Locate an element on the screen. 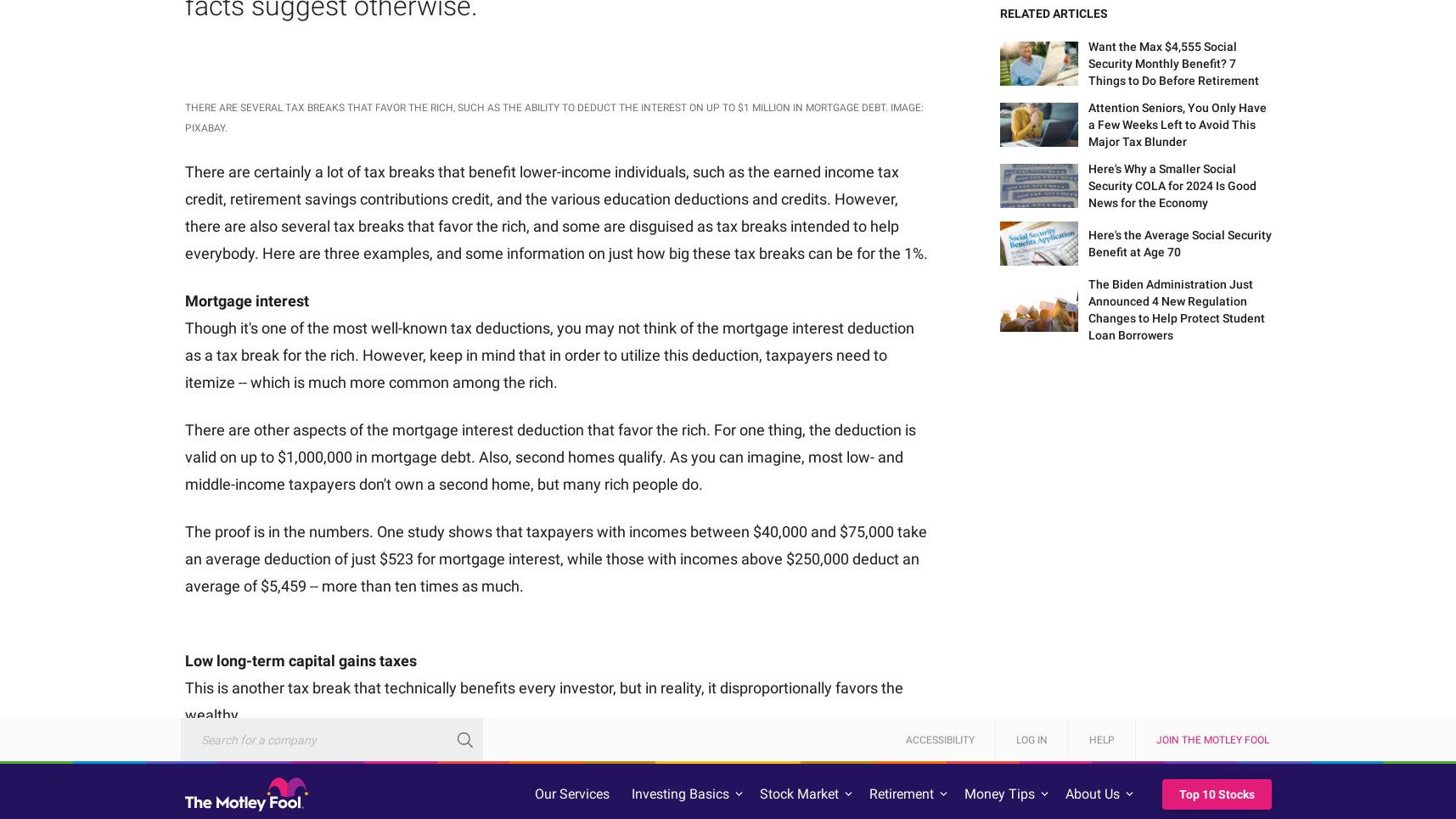  'Invest better with The Motley Fool. Get stock recommendations, portfolio guidance, and more from The Motley Fool's premium services.' is located at coordinates (357, 503).